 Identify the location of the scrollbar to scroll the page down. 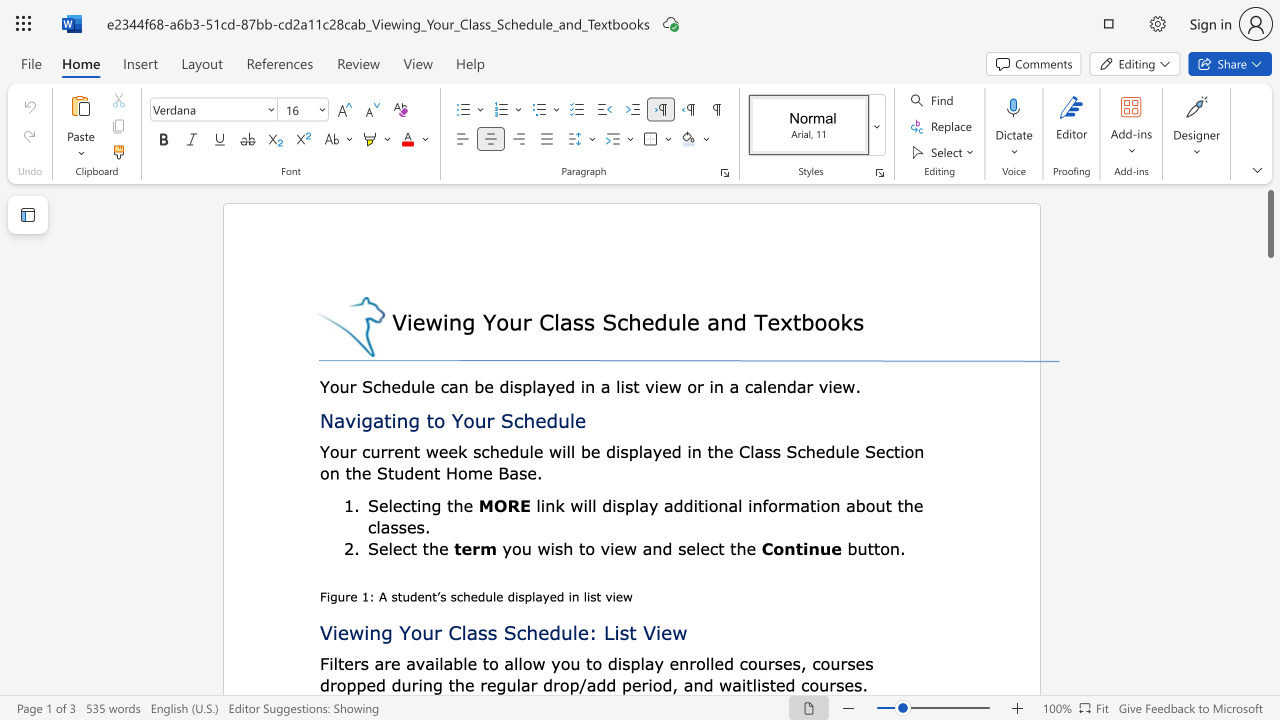
(1269, 270).